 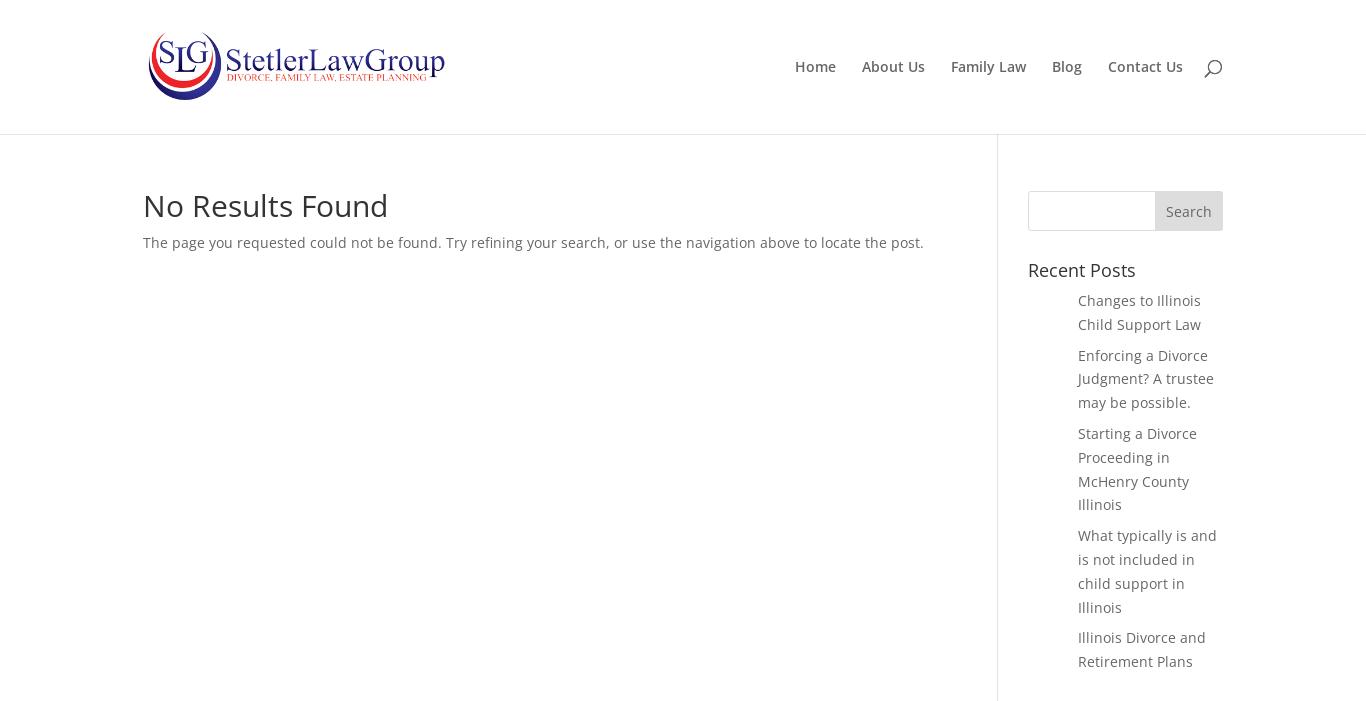 I want to click on 'About Us', so click(x=892, y=65).